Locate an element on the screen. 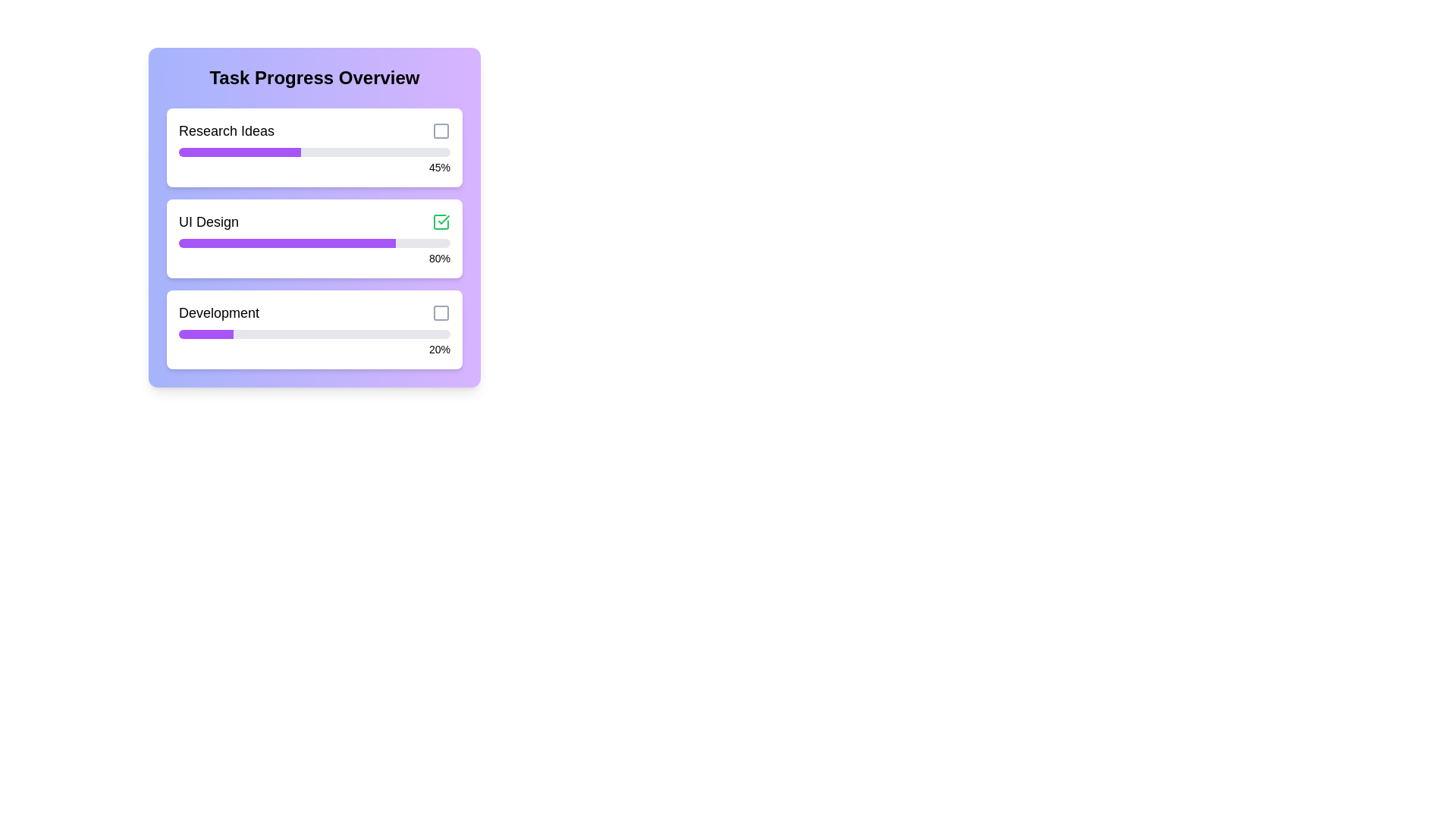  the checkbox located to the right of the 'UI Design' label in the second progress block is located at coordinates (440, 222).